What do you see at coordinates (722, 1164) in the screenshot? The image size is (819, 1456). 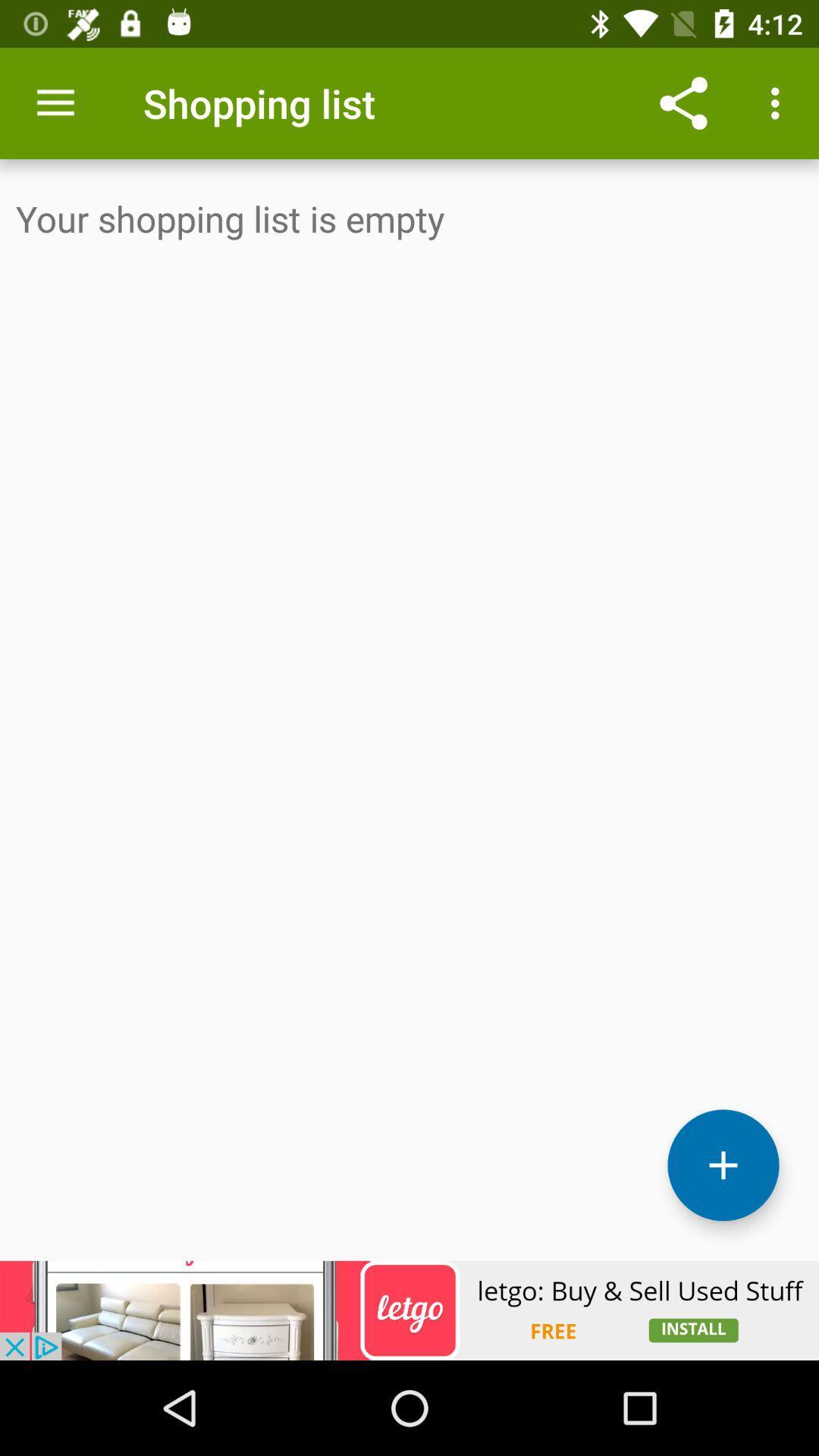 I see `increase` at bounding box center [722, 1164].